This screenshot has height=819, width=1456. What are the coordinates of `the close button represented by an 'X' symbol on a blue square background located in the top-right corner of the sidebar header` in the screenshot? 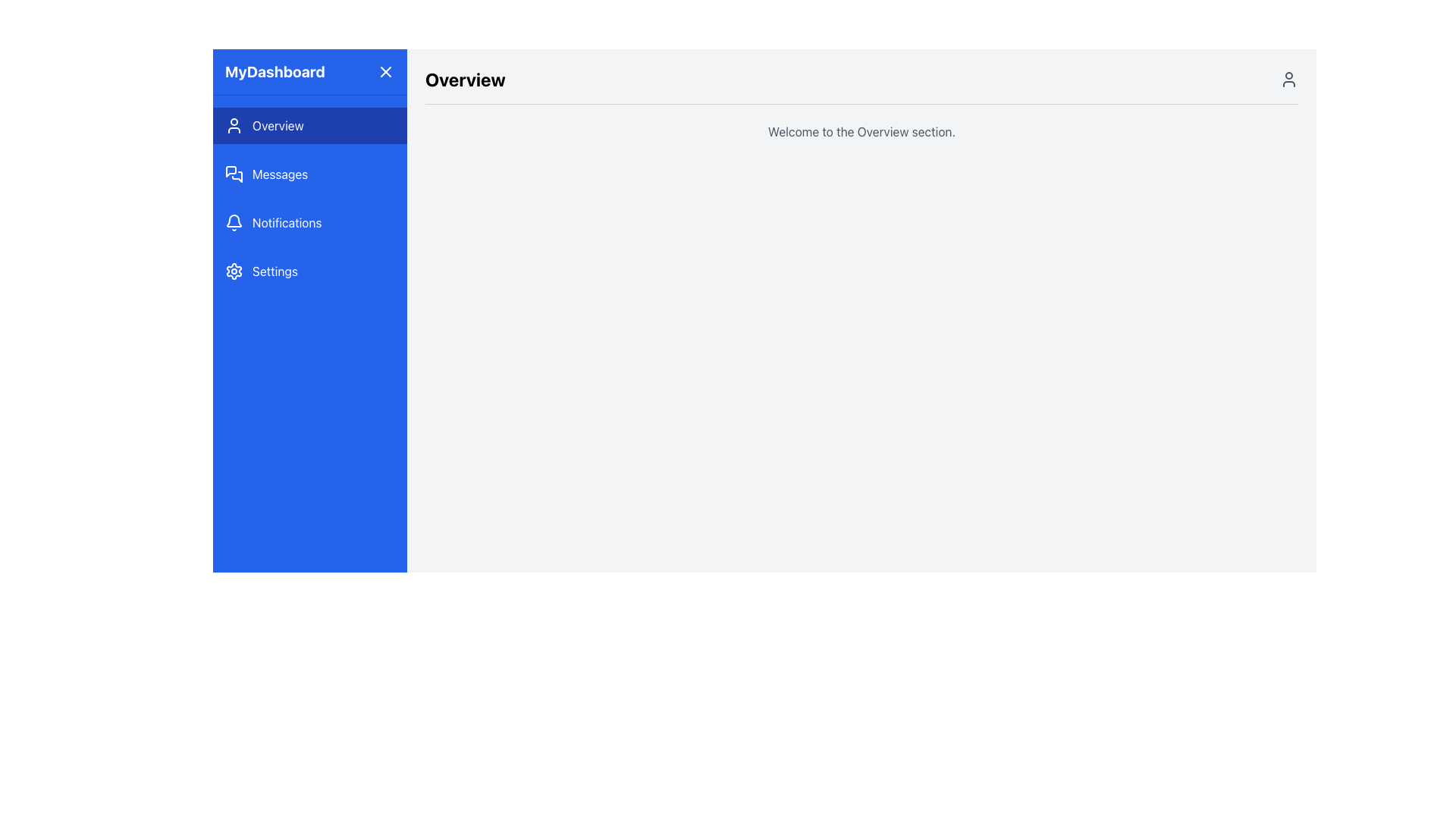 It's located at (385, 72).